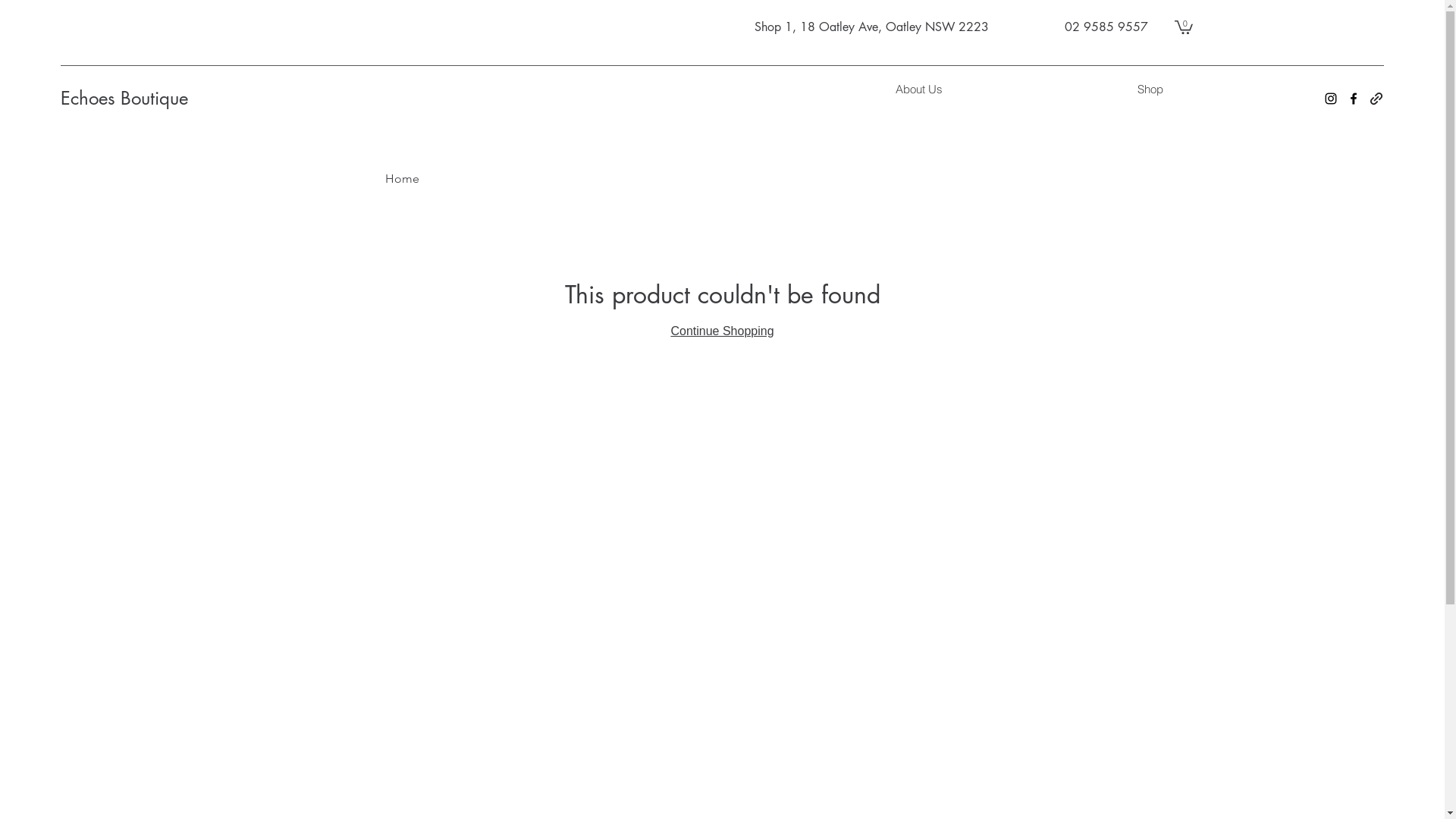 The width and height of the screenshot is (1456, 819). What do you see at coordinates (720, 330) in the screenshot?
I see `'Continue Shopping'` at bounding box center [720, 330].